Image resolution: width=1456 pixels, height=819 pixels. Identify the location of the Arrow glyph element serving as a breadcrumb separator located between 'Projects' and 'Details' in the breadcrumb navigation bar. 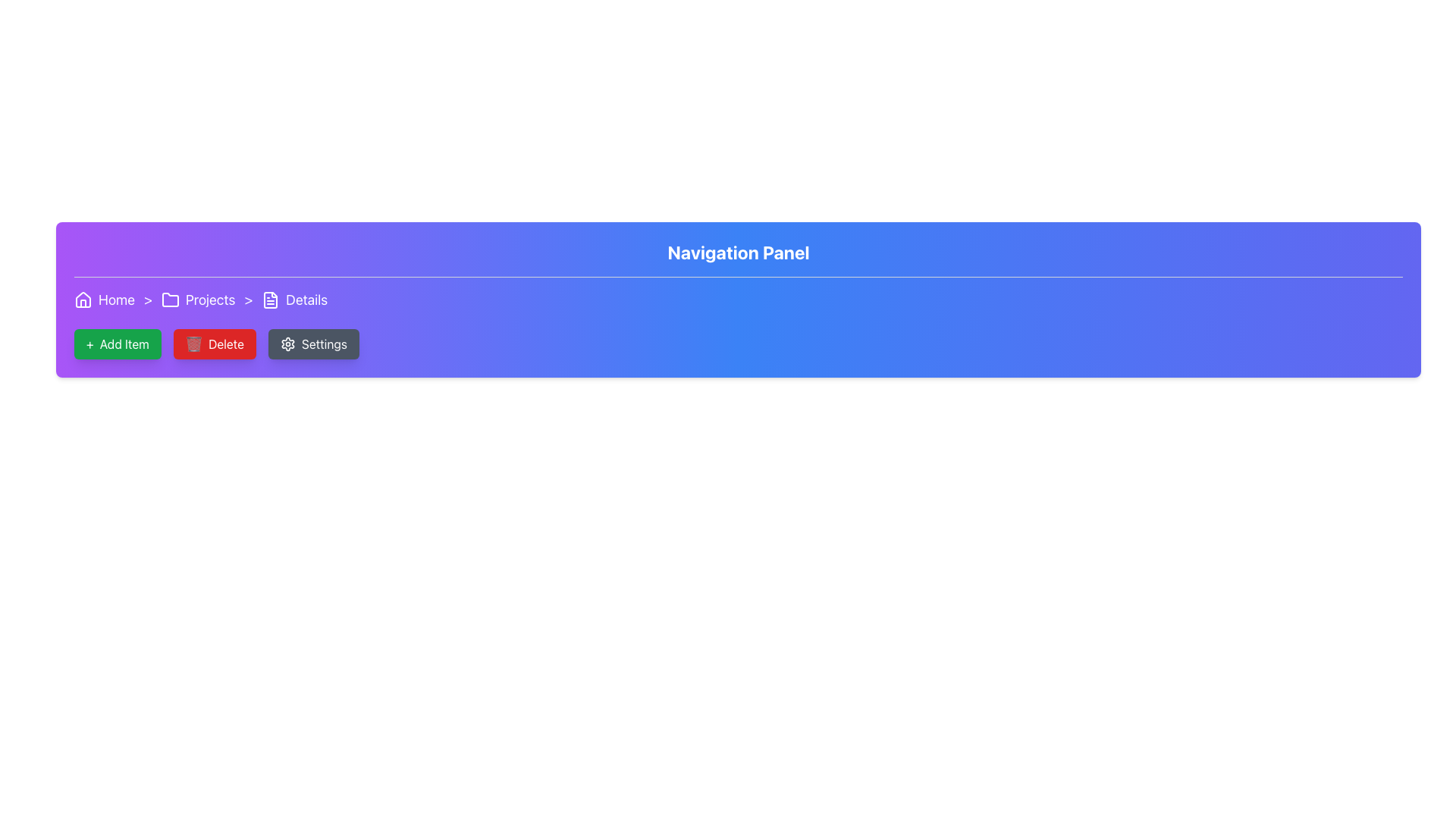
(248, 300).